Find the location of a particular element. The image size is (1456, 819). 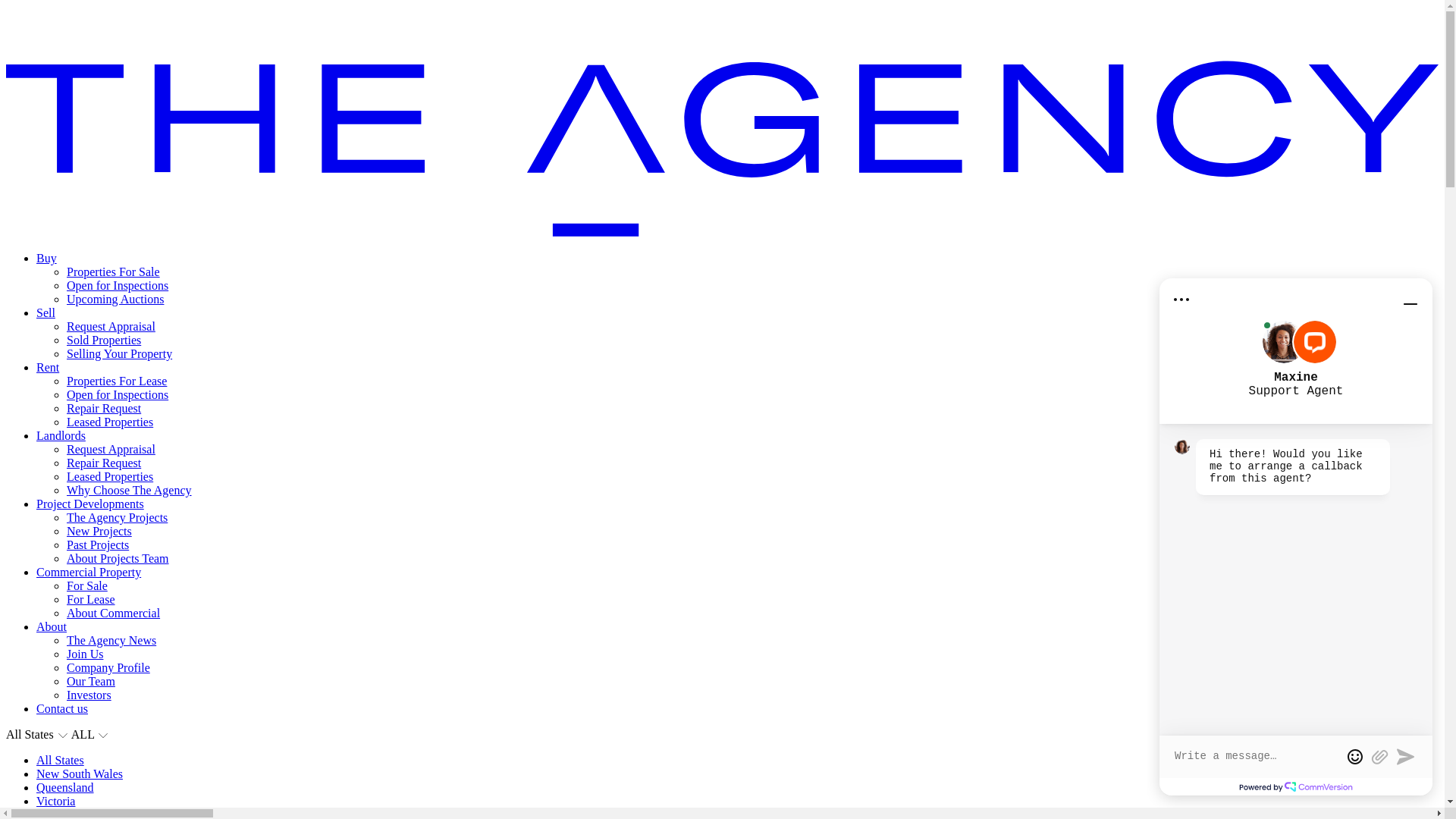

'Queensland' is located at coordinates (64, 786).